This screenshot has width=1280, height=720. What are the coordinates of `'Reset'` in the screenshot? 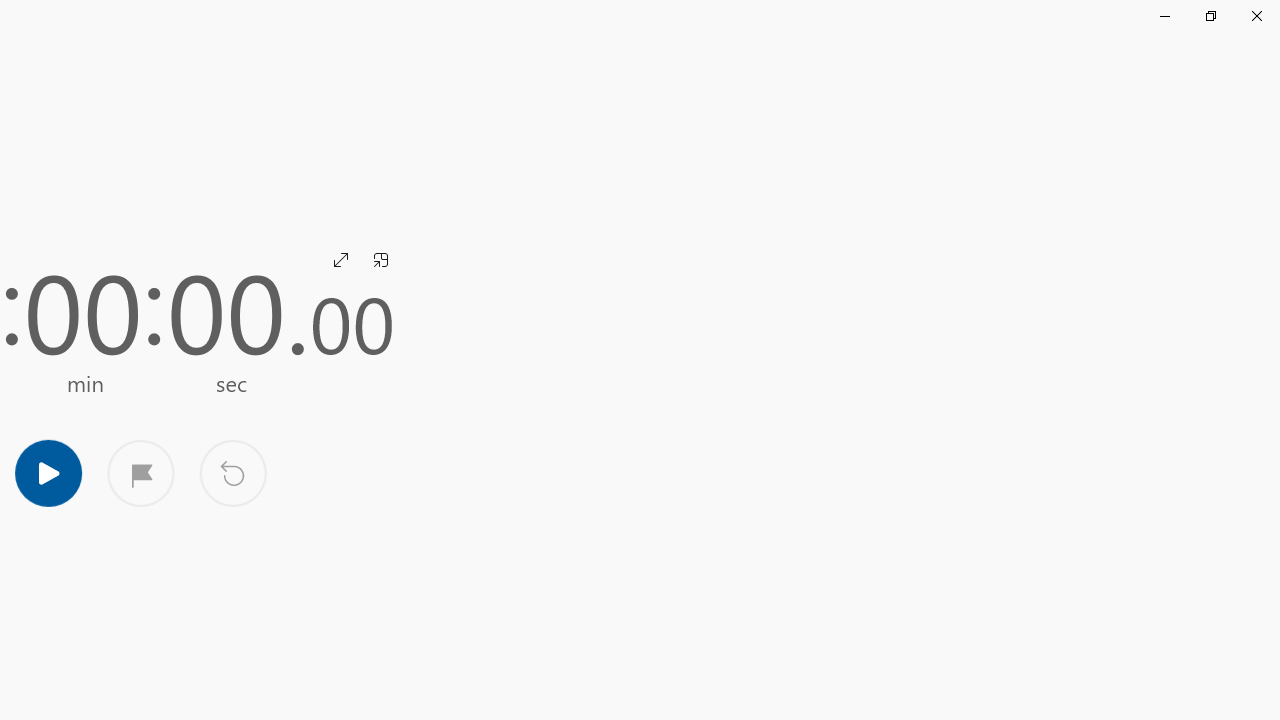 It's located at (232, 472).